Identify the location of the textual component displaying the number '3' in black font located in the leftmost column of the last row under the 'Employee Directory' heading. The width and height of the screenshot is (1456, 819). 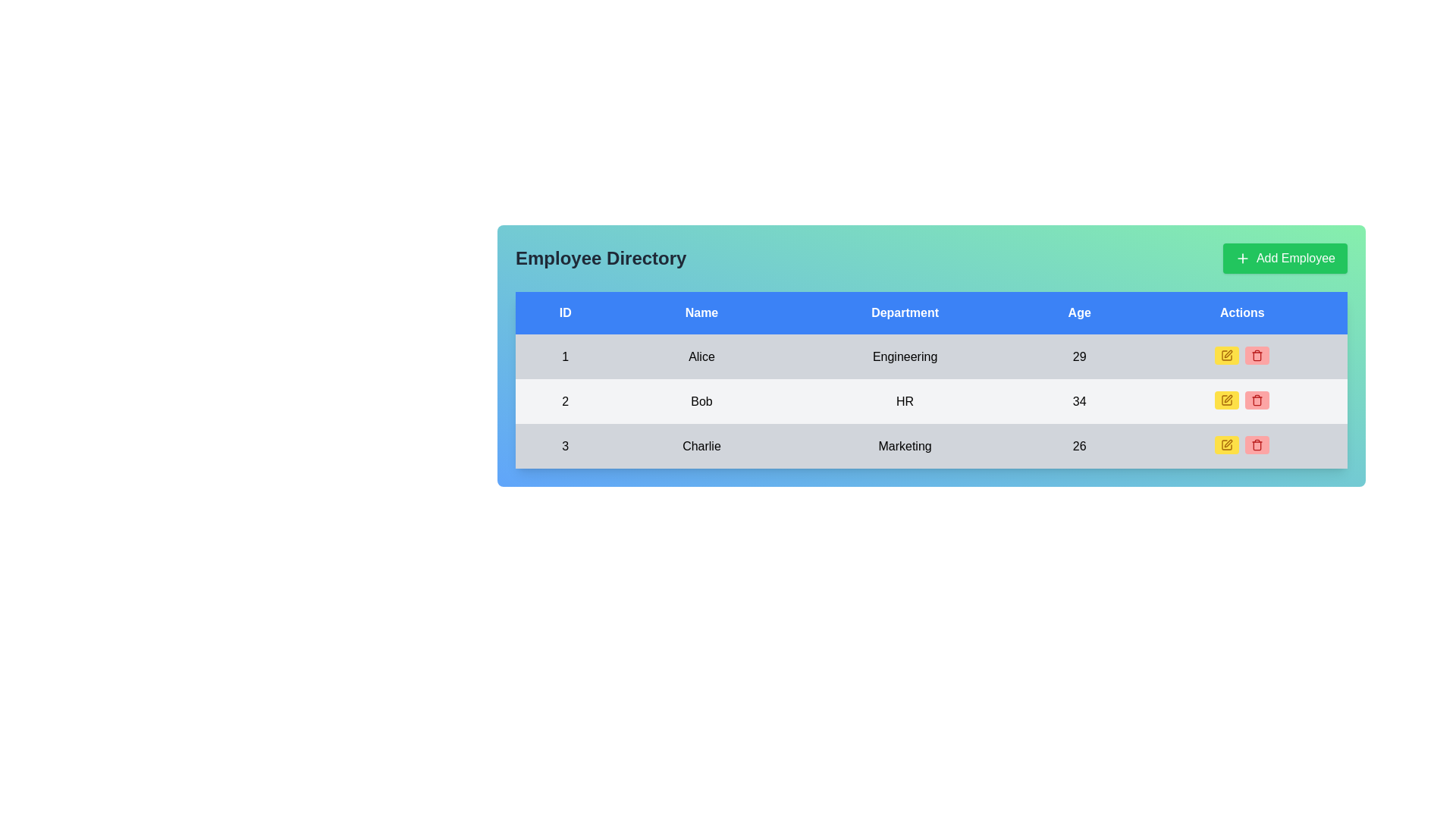
(564, 445).